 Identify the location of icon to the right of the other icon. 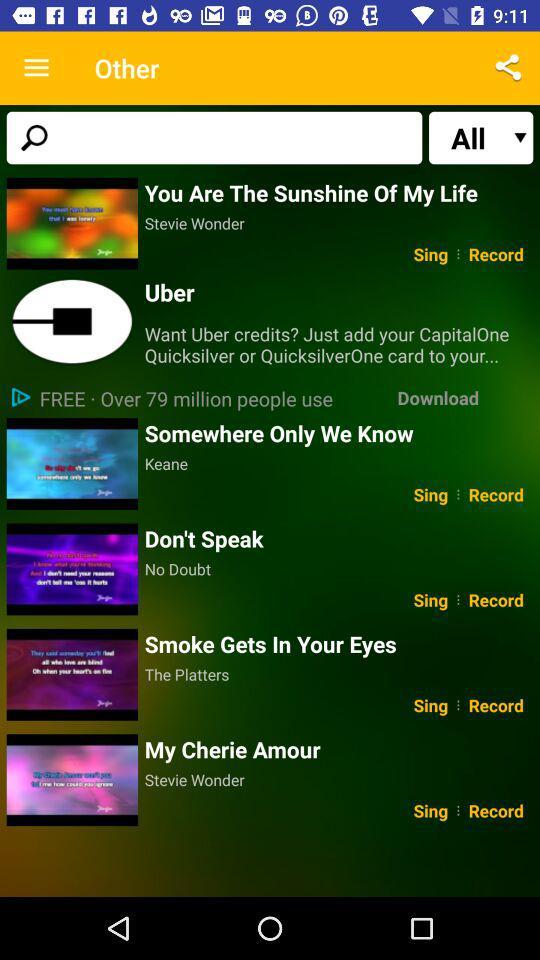
(508, 68).